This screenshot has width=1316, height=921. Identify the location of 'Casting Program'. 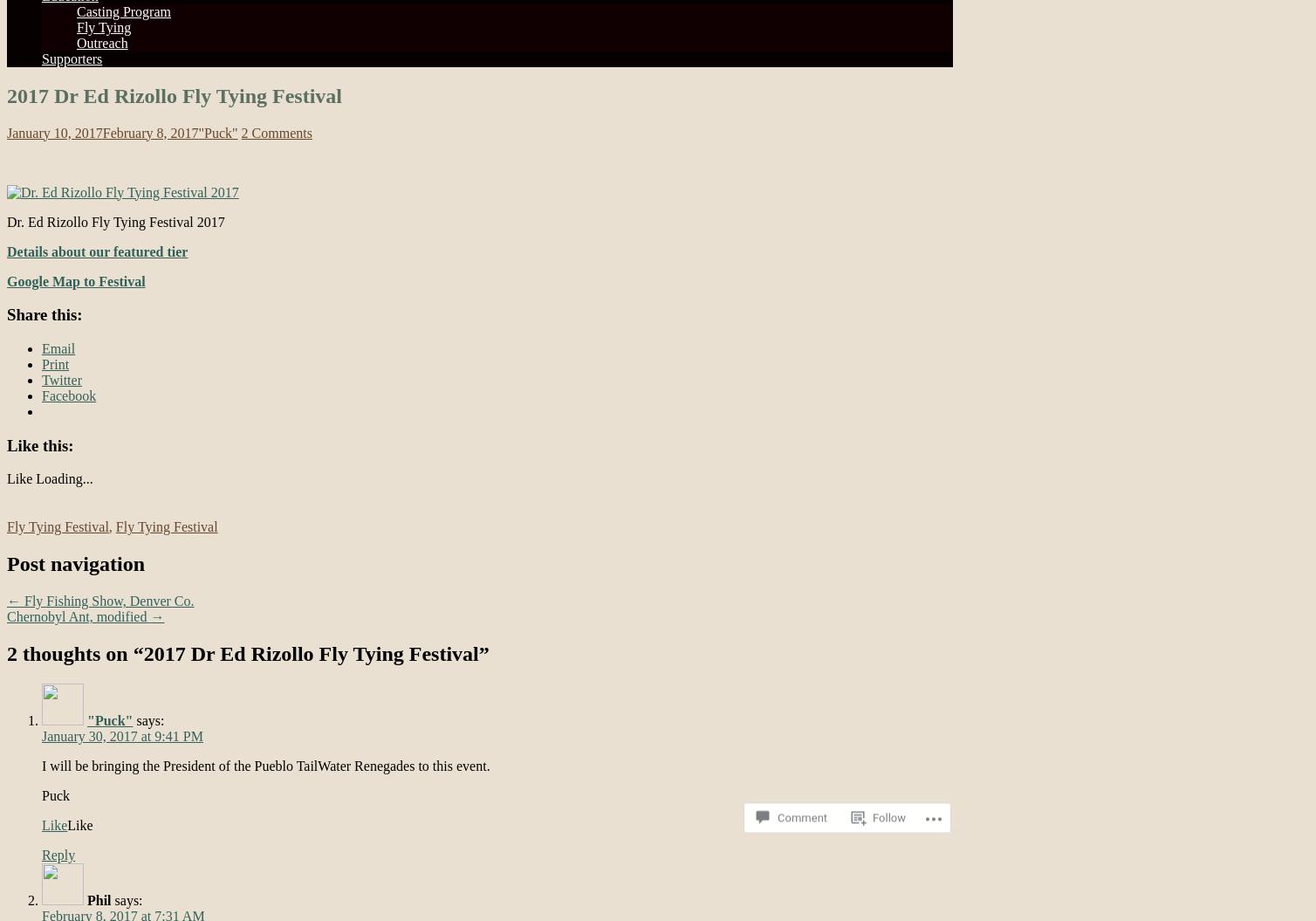
(124, 10).